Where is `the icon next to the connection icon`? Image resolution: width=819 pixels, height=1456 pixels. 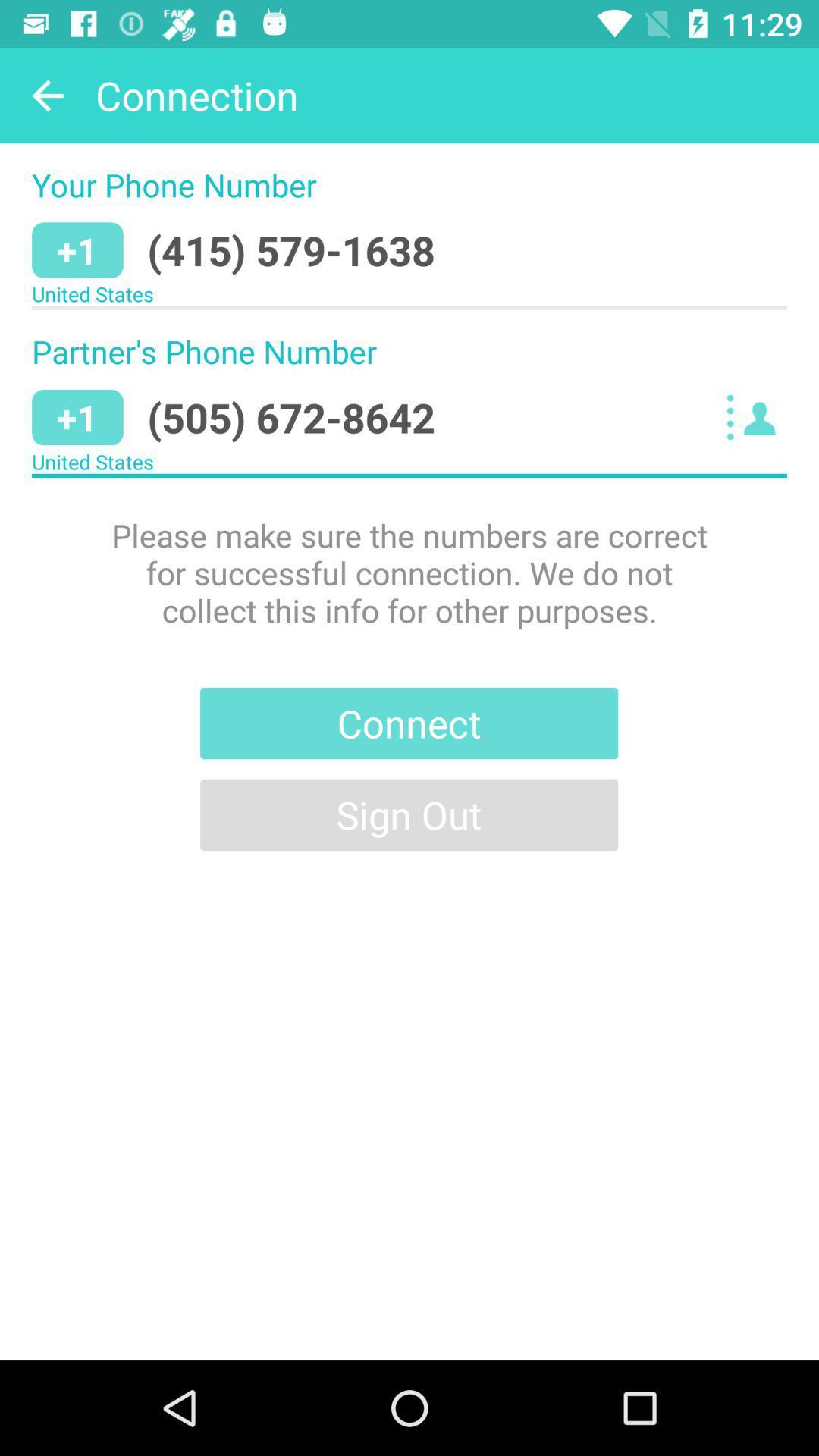
the icon next to the connection icon is located at coordinates (46, 94).